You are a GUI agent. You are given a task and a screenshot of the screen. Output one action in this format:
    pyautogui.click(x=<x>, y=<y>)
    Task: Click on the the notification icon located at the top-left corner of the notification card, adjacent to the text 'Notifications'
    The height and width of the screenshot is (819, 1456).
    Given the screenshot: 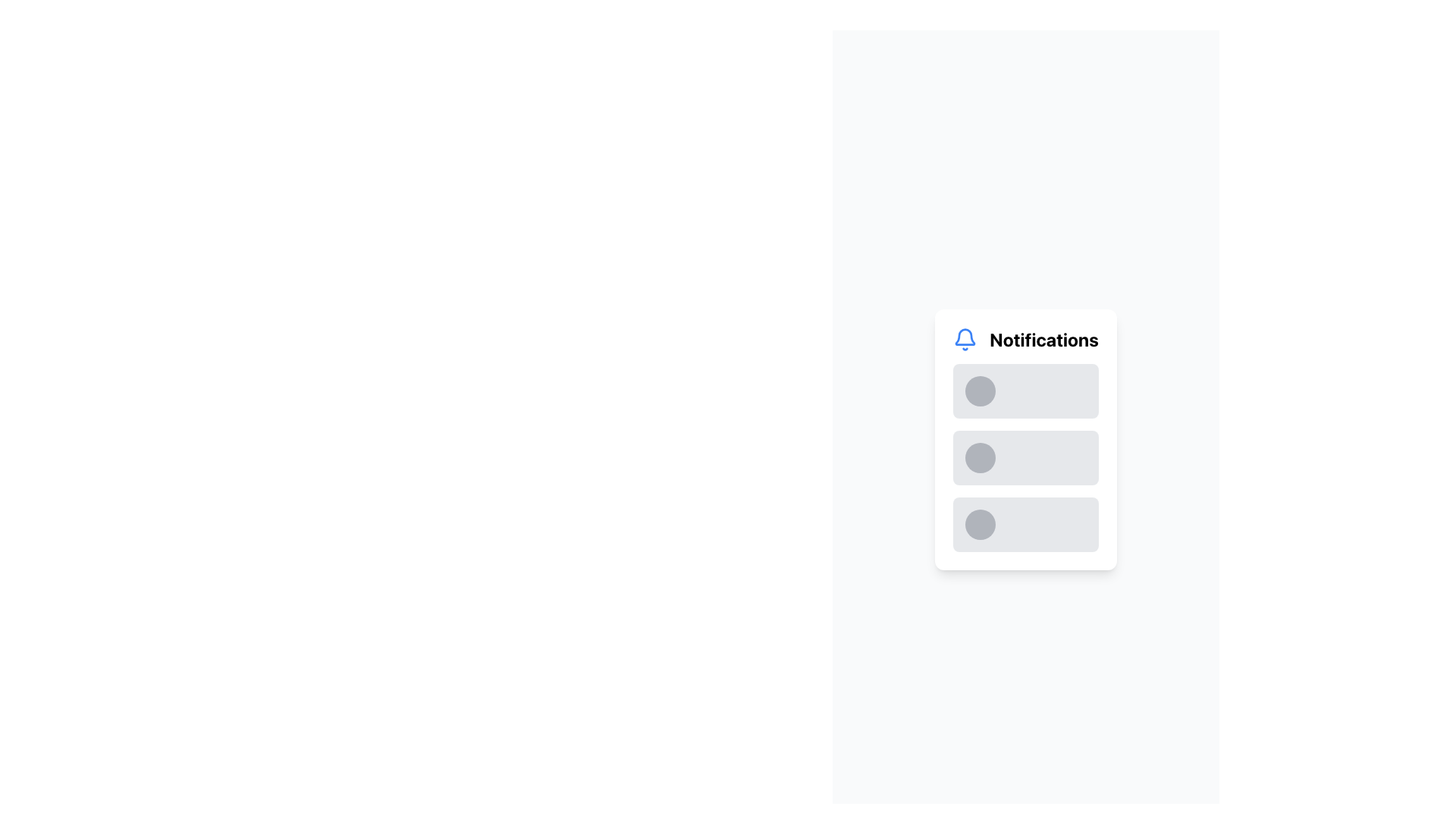 What is the action you would take?
    pyautogui.click(x=965, y=338)
    